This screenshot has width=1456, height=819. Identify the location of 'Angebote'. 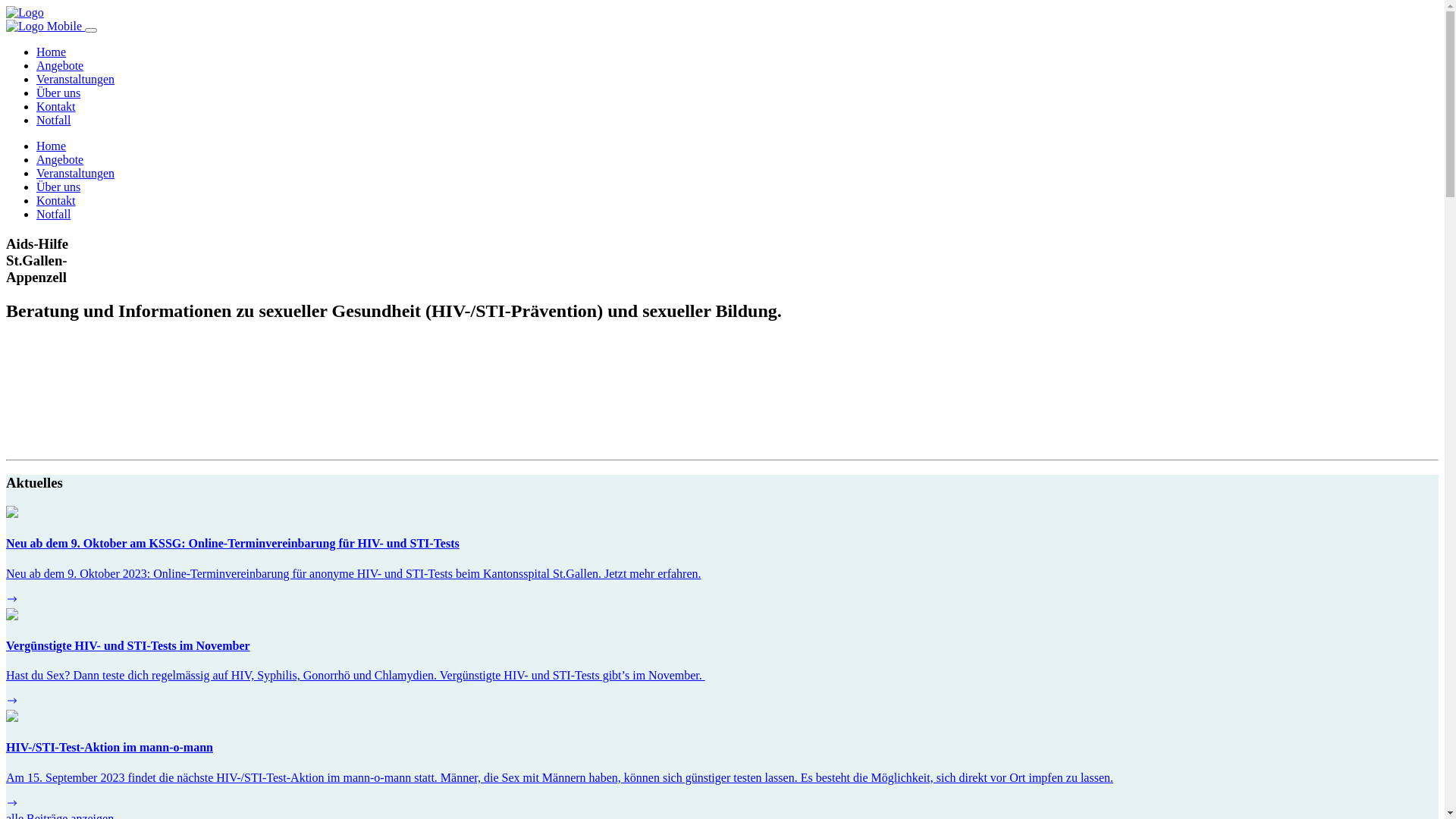
(59, 64).